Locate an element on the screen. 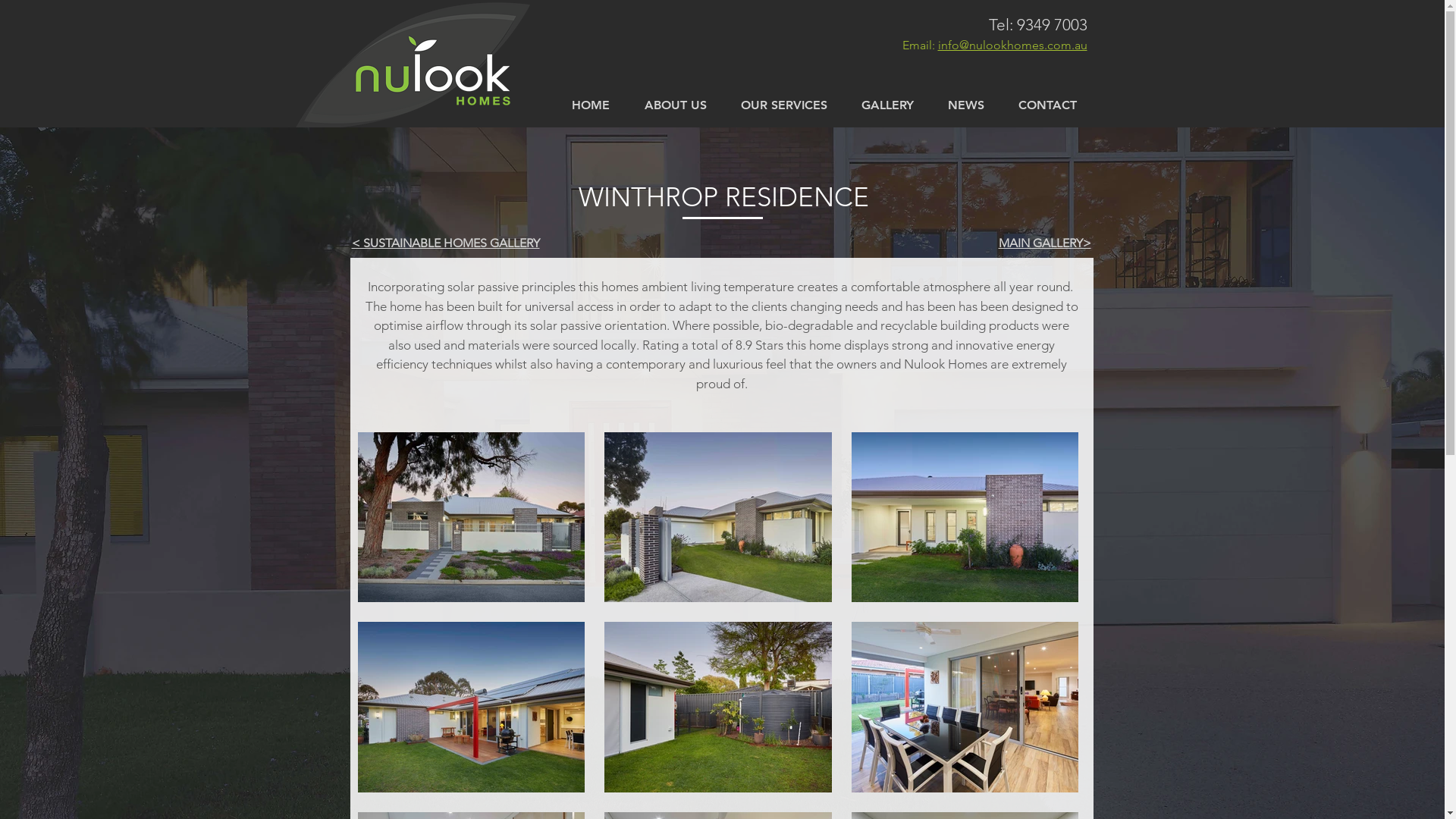  '< SUSTAINABLE HOMES GALLERY' is located at coordinates (445, 242).